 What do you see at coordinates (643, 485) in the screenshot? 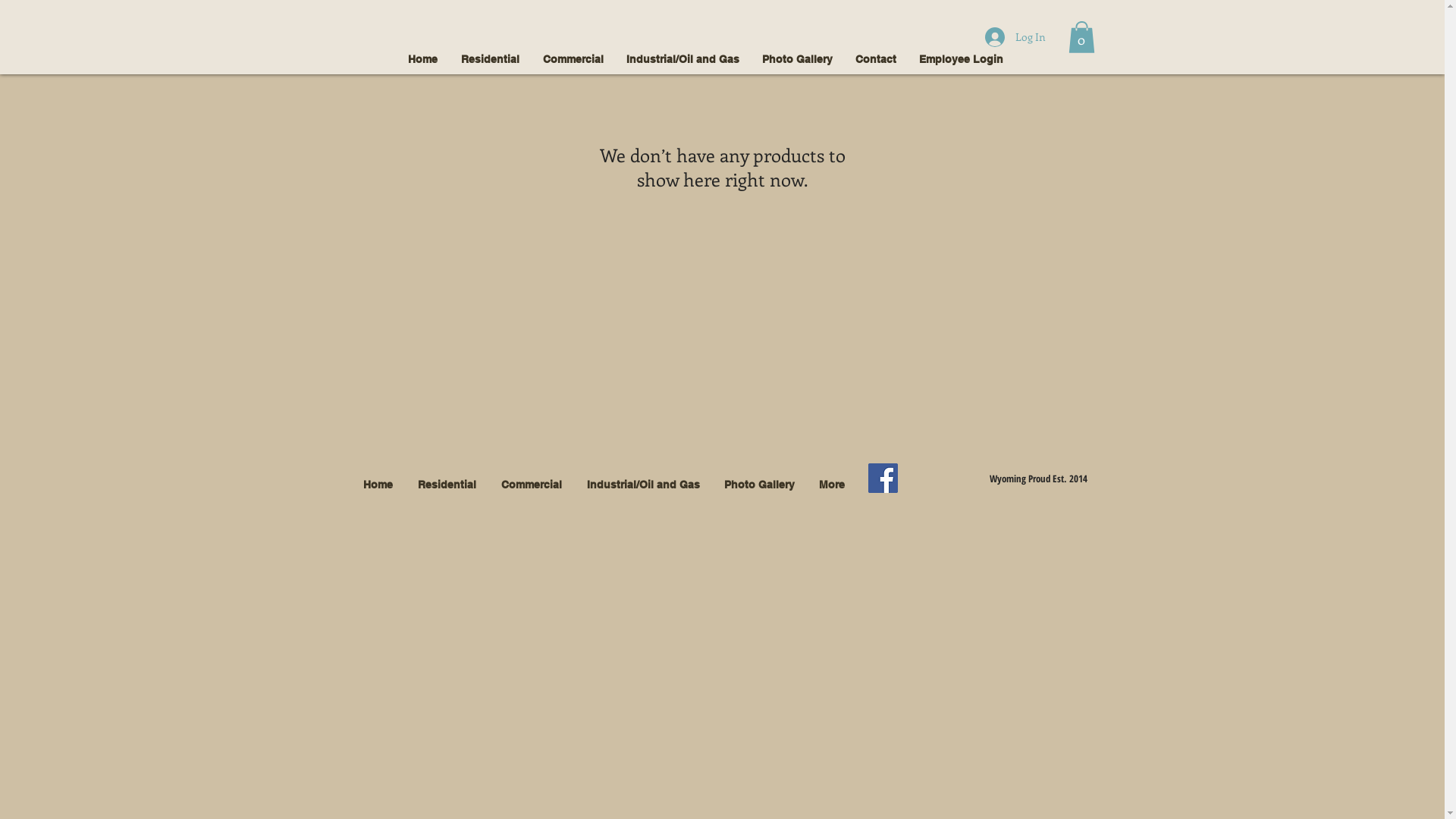
I see `'Industrial/Oil and Gas'` at bounding box center [643, 485].